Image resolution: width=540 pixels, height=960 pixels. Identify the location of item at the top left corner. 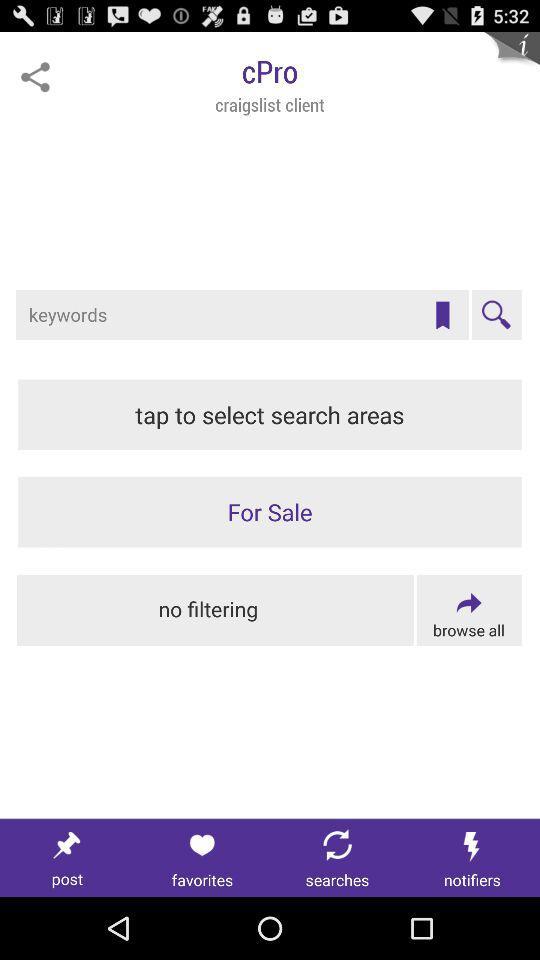
(35, 77).